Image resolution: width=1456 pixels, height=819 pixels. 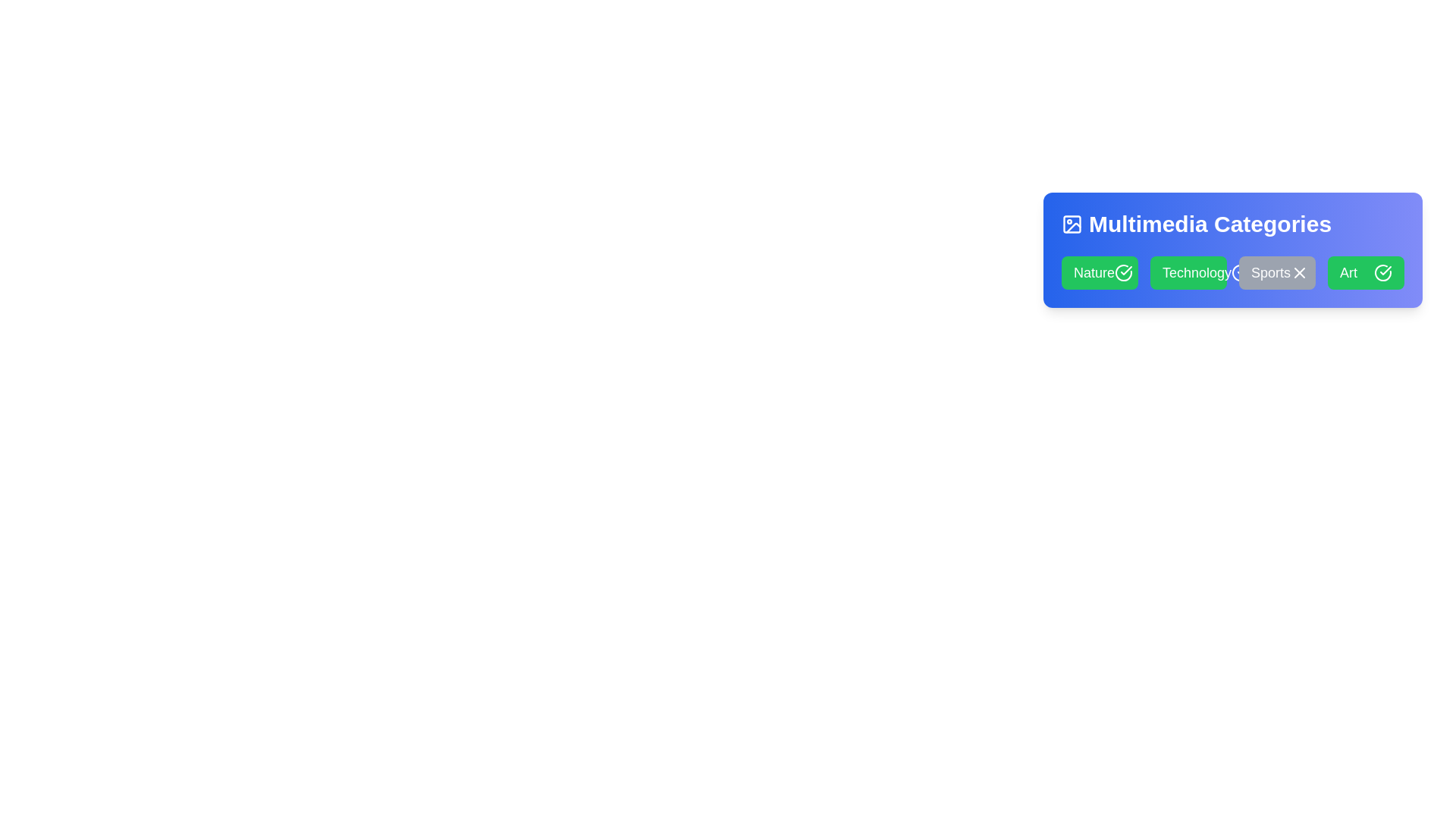 I want to click on the 'Technology' category label, which is located between the 'Nature' and 'Sports' elements in the category selector bar, so click(x=1196, y=271).